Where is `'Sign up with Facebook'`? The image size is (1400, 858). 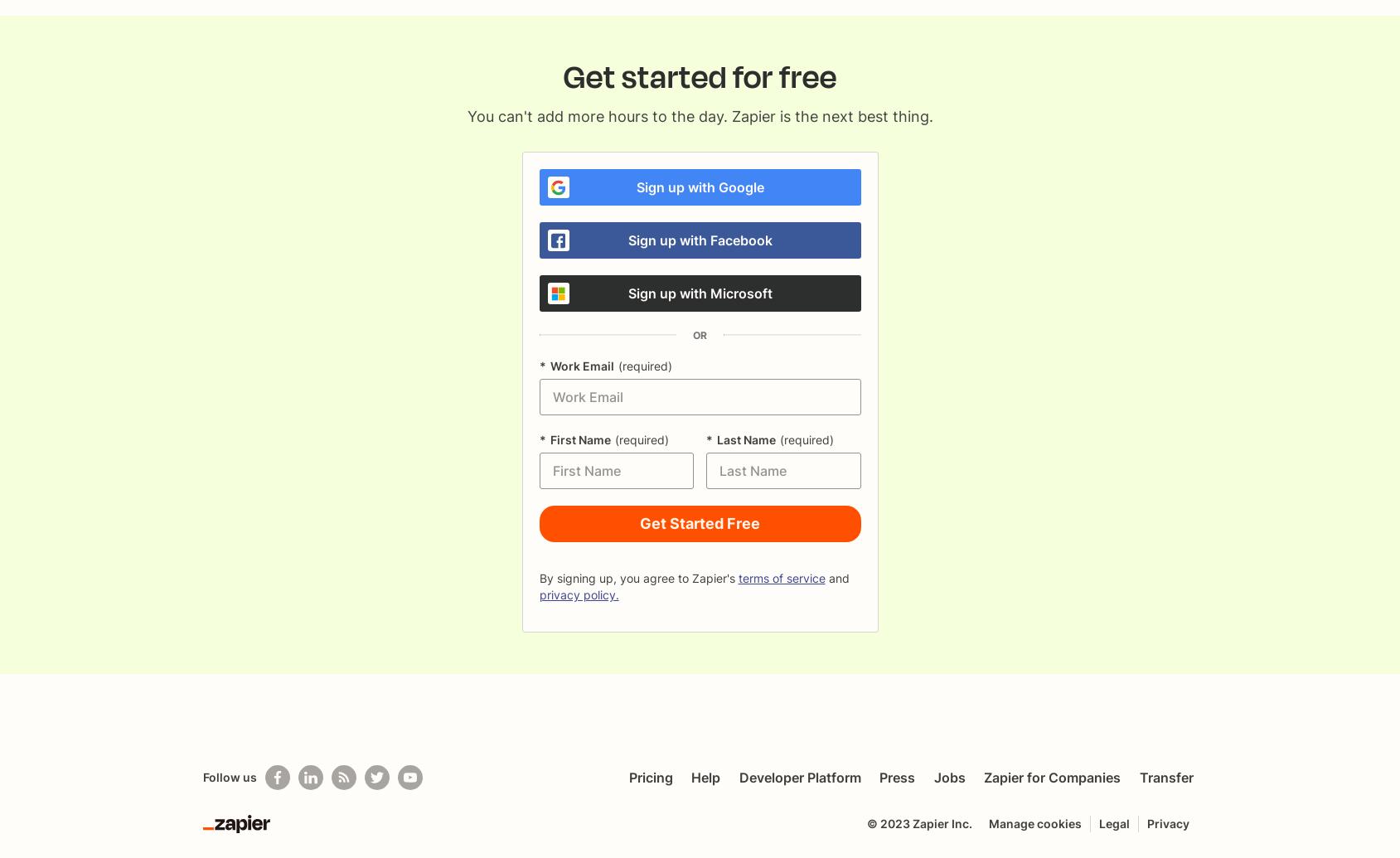 'Sign up with Facebook' is located at coordinates (627, 240).